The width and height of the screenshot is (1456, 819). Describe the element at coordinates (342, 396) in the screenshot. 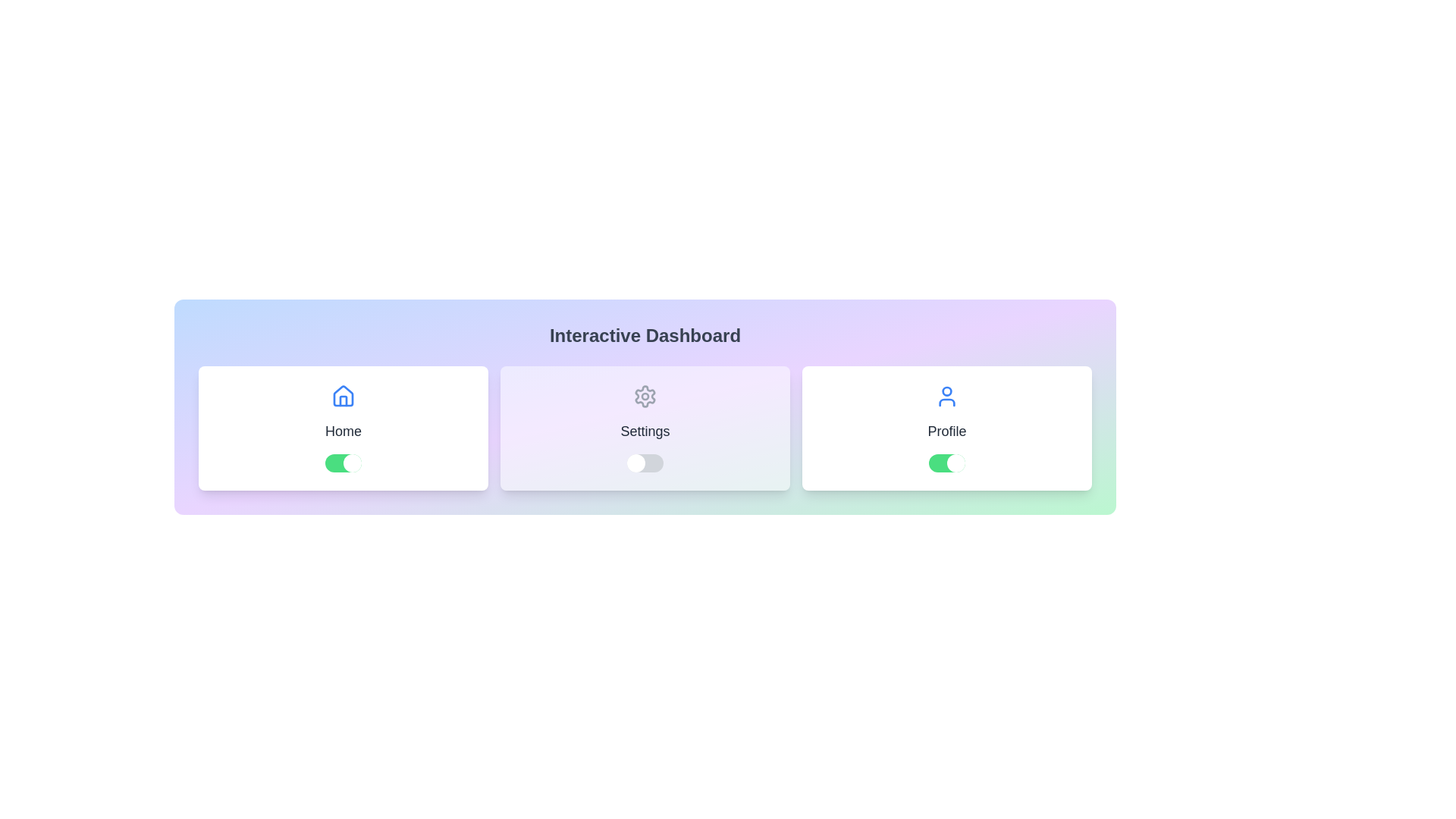

I see `the icon representing the Home option` at that location.